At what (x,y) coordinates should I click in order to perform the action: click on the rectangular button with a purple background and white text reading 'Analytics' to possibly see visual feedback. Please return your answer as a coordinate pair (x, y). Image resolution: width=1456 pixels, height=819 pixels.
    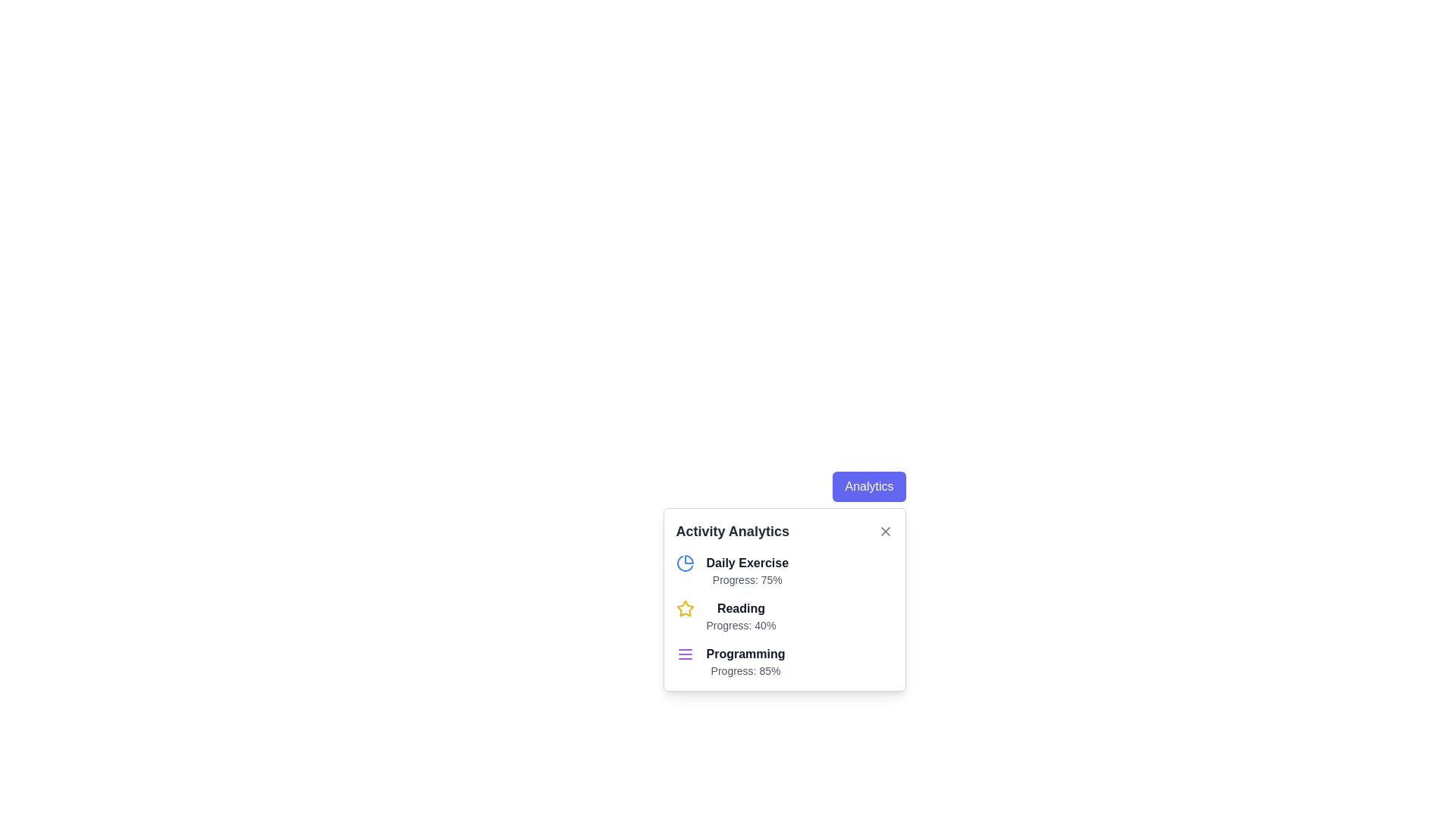
    Looking at the image, I should click on (869, 486).